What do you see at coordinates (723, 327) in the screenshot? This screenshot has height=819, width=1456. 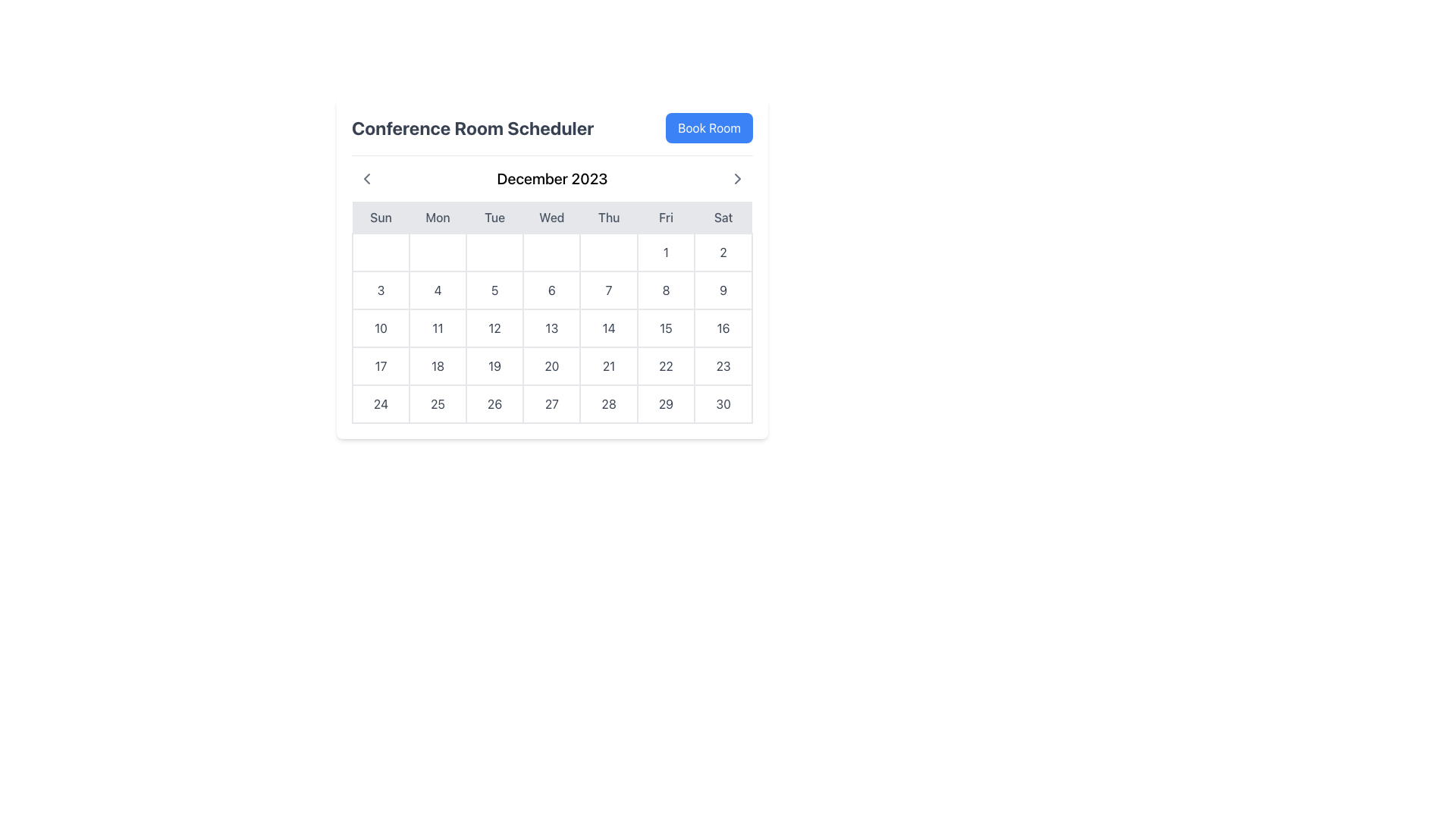 I see `the selectable date cell representing the day '16' in the calendar interface` at bounding box center [723, 327].